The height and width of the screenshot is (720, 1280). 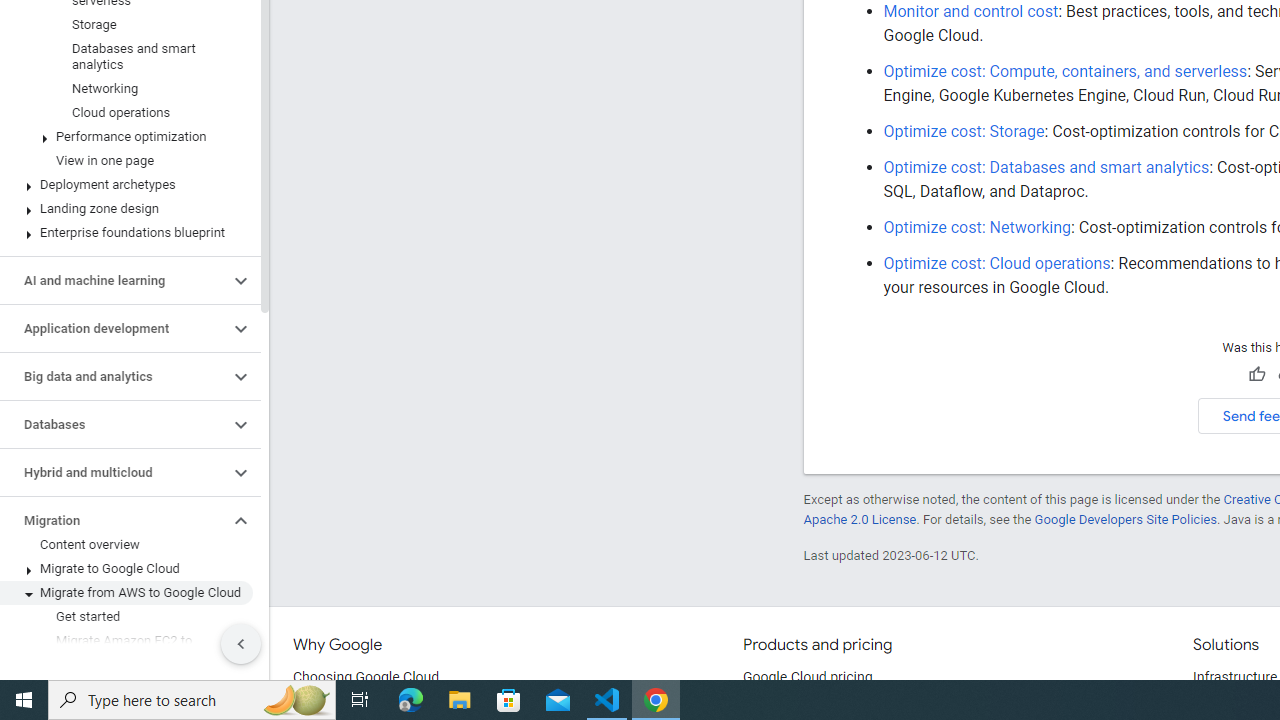 What do you see at coordinates (977, 226) in the screenshot?
I see `'Optimize cost: Networking'` at bounding box center [977, 226].